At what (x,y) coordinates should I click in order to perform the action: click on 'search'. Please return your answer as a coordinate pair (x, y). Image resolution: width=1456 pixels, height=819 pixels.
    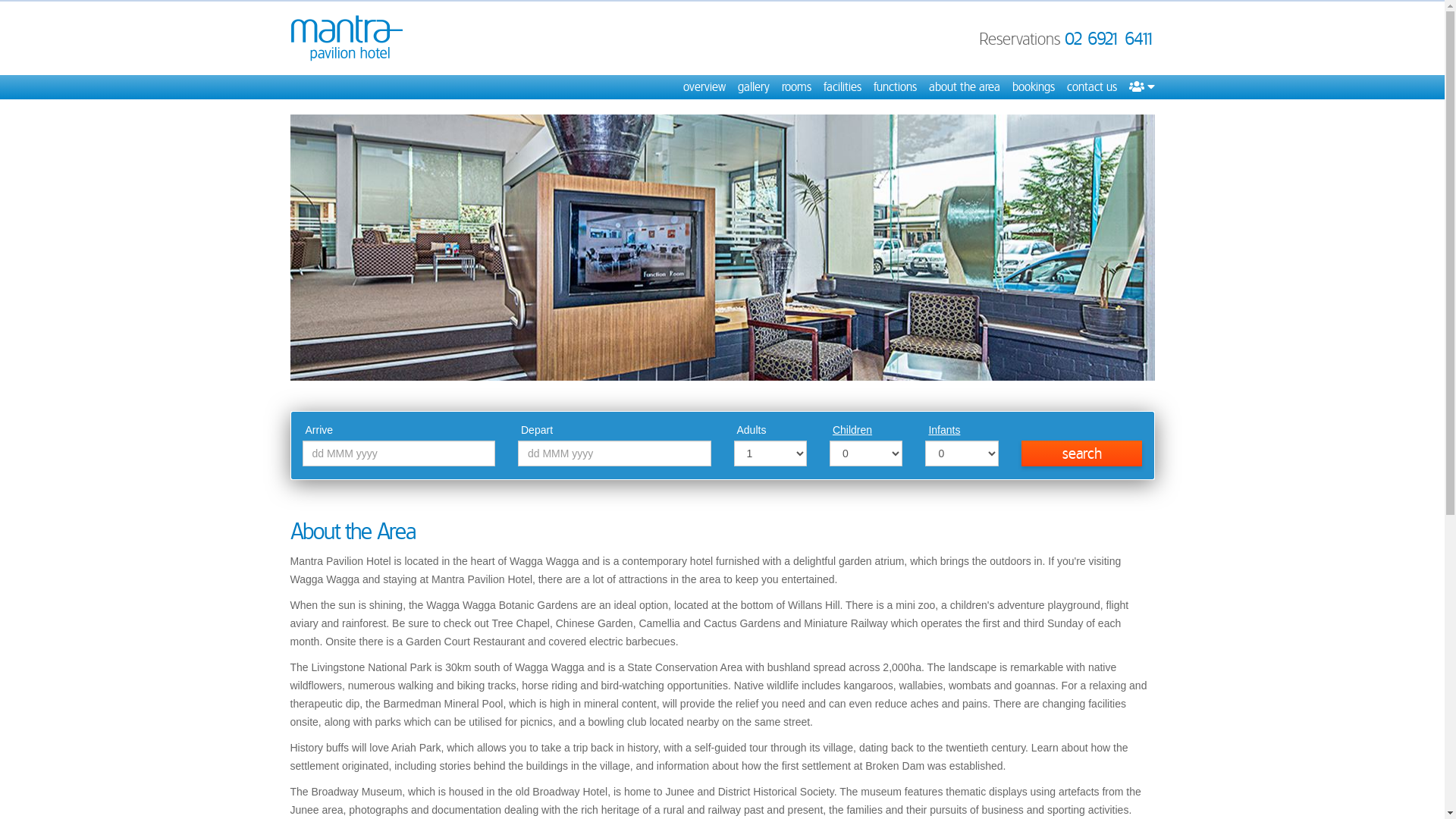
    Looking at the image, I should click on (1021, 452).